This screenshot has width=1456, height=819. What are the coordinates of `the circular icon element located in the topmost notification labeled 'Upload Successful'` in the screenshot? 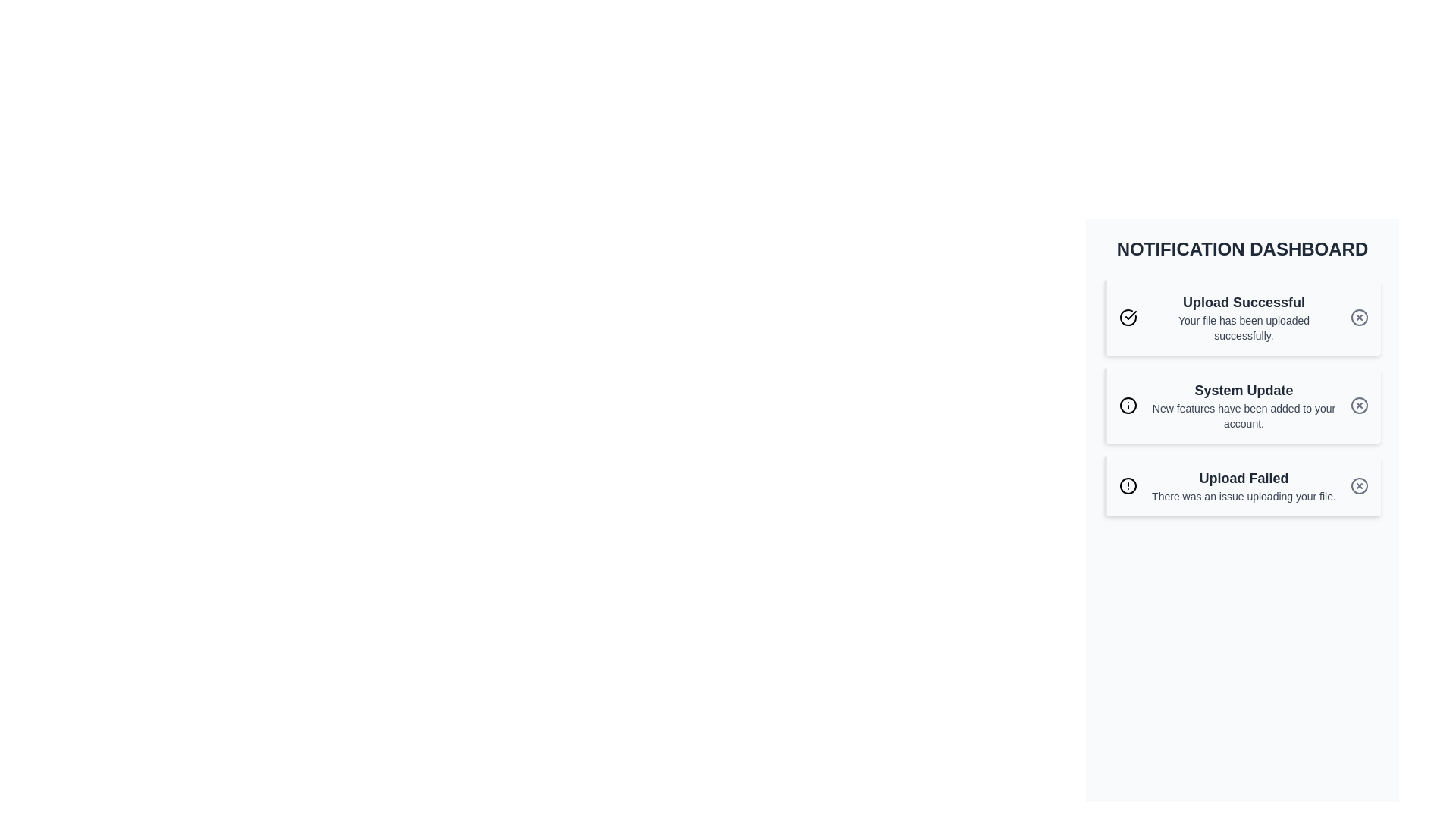 It's located at (1360, 317).